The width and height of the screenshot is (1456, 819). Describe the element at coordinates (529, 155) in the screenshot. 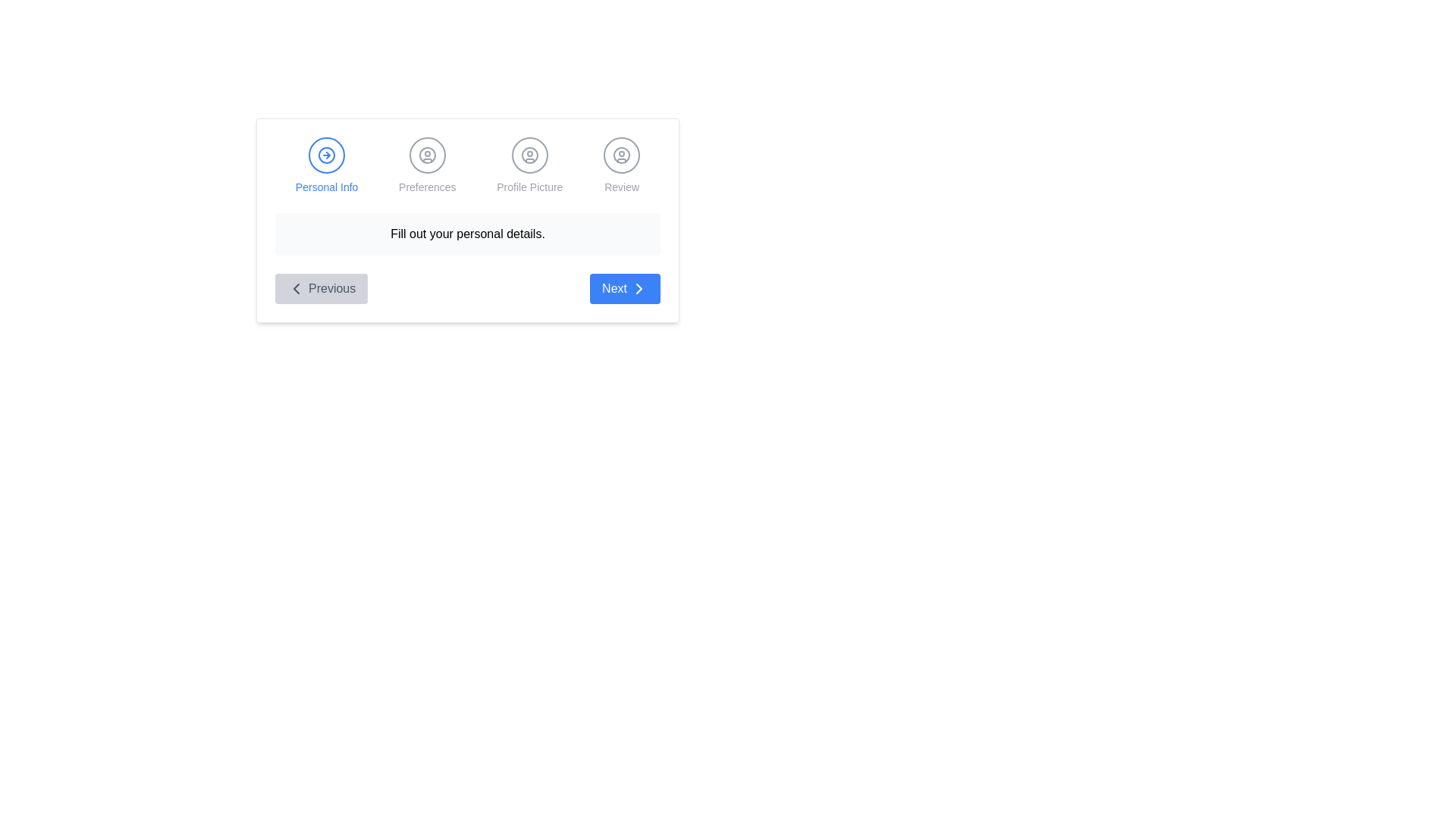

I see `the 'Profile Picture' icon in the navigation step header` at that location.